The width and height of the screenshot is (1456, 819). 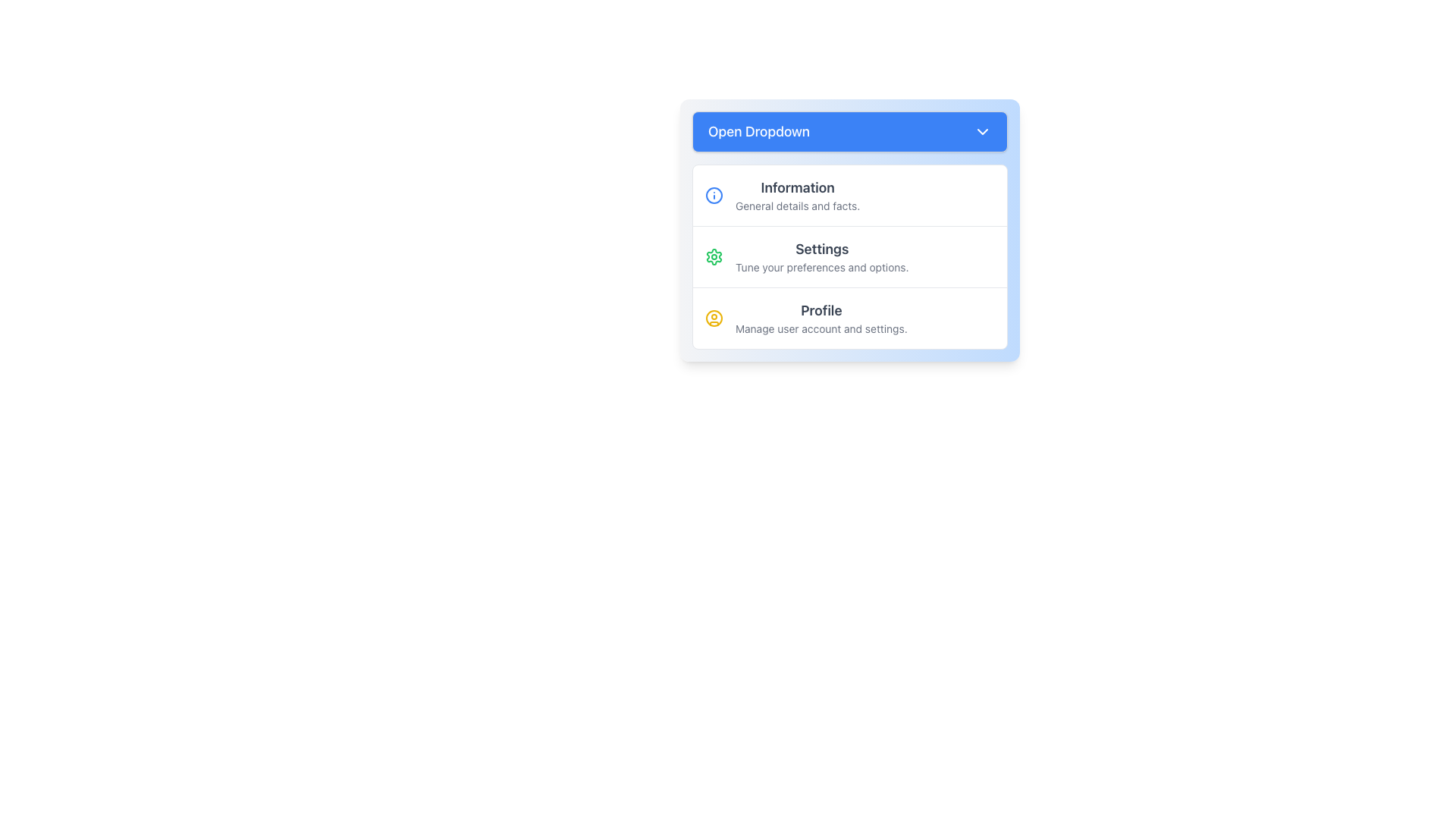 I want to click on displayed text of the first item in the dropdown menu located below the 'Open Dropdown' header, so click(x=797, y=195).